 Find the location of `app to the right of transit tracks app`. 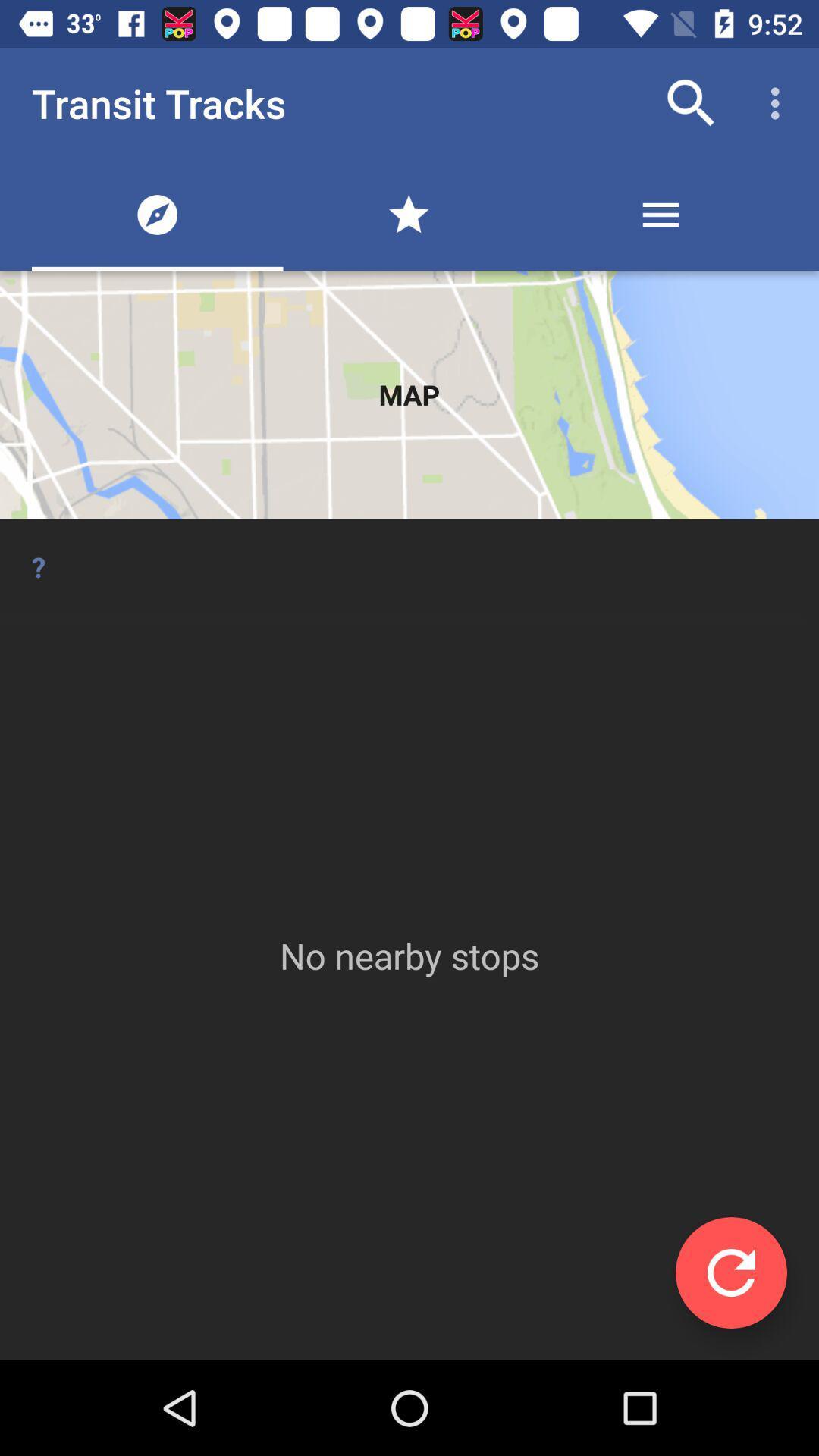

app to the right of transit tracks app is located at coordinates (691, 102).